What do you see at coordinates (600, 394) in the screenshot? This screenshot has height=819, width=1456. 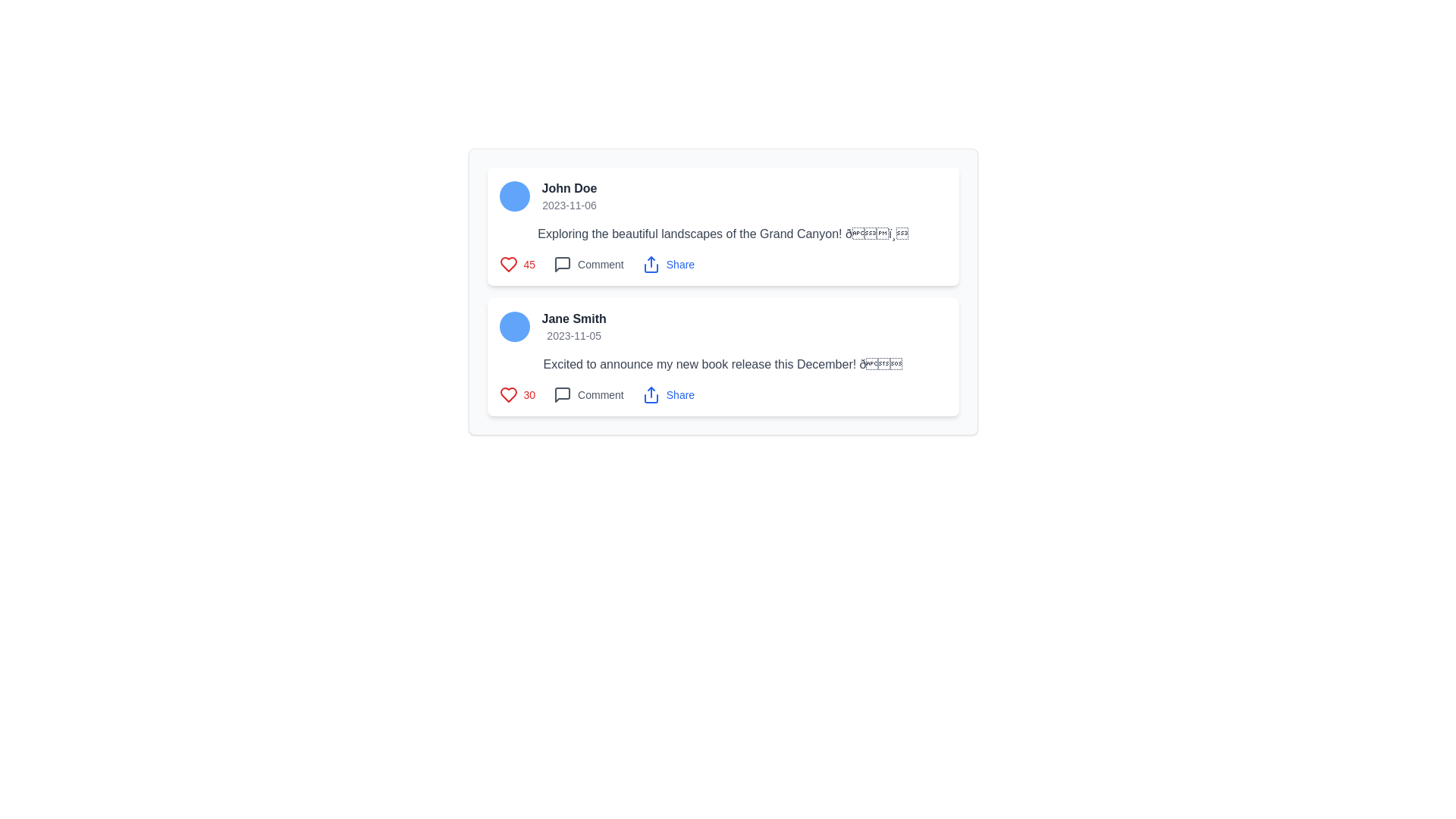 I see `the 'Comment' label, which is styled in medium-light gray and is positioned below the post description next to a speech bubble icon` at bounding box center [600, 394].